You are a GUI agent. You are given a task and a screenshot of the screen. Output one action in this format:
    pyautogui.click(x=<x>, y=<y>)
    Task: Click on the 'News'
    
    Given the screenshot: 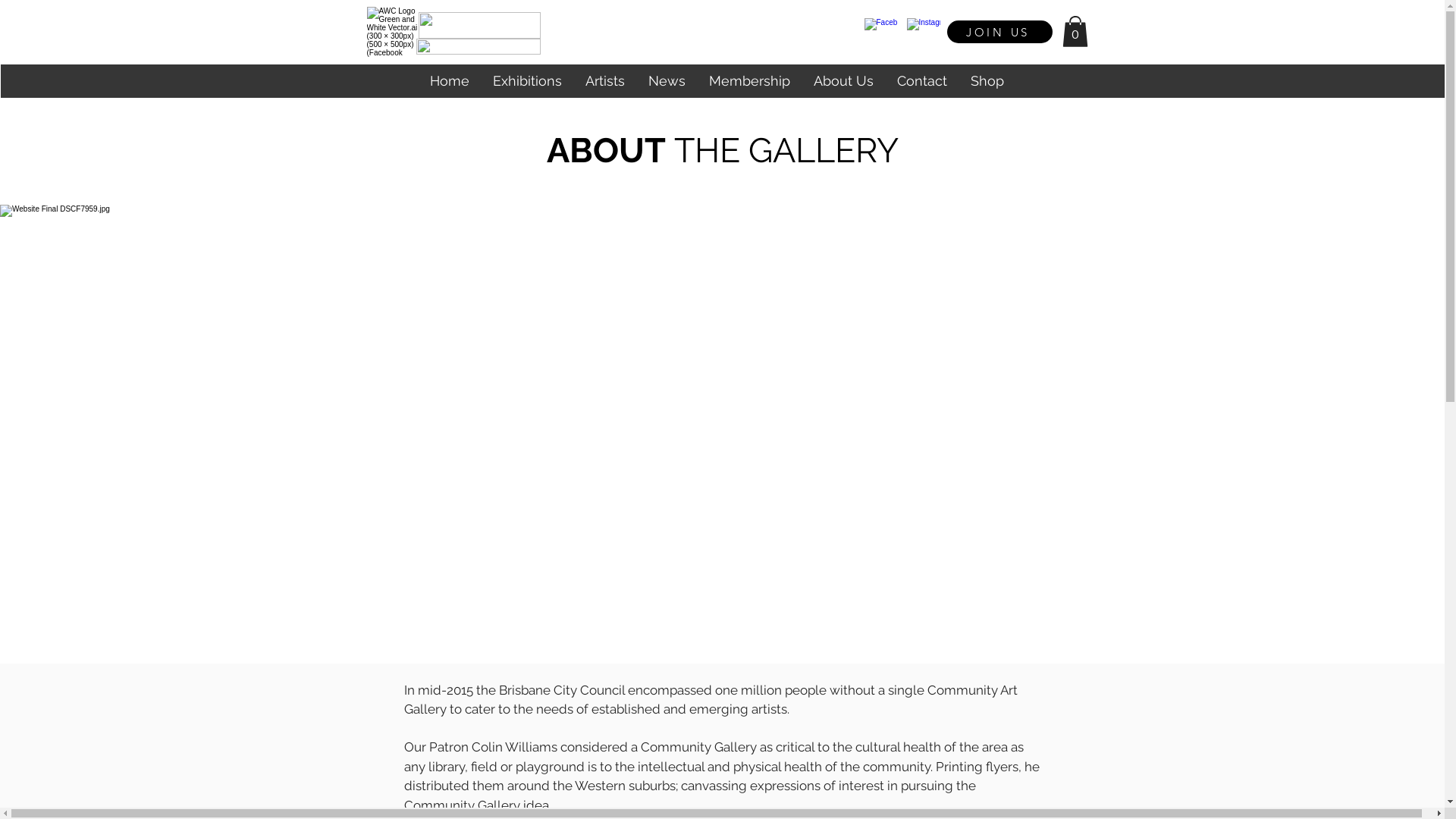 What is the action you would take?
    pyautogui.click(x=666, y=81)
    